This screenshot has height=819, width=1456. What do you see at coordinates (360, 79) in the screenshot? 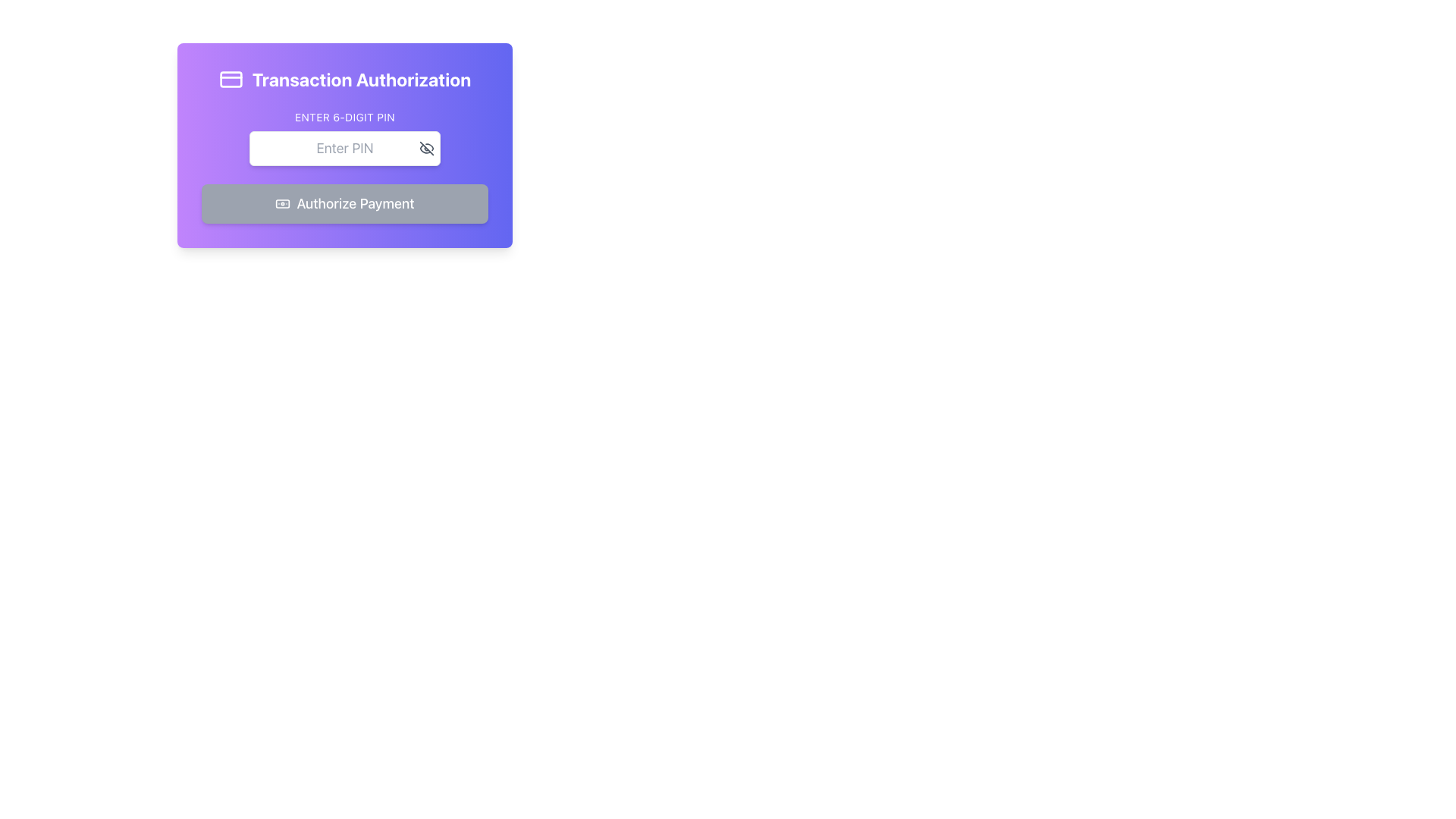
I see `text from the 'Transaction Authorization' label, which is styled in bold white letters and located in the top portion of a card-like layout, adjacent to a credit card icon` at bounding box center [360, 79].